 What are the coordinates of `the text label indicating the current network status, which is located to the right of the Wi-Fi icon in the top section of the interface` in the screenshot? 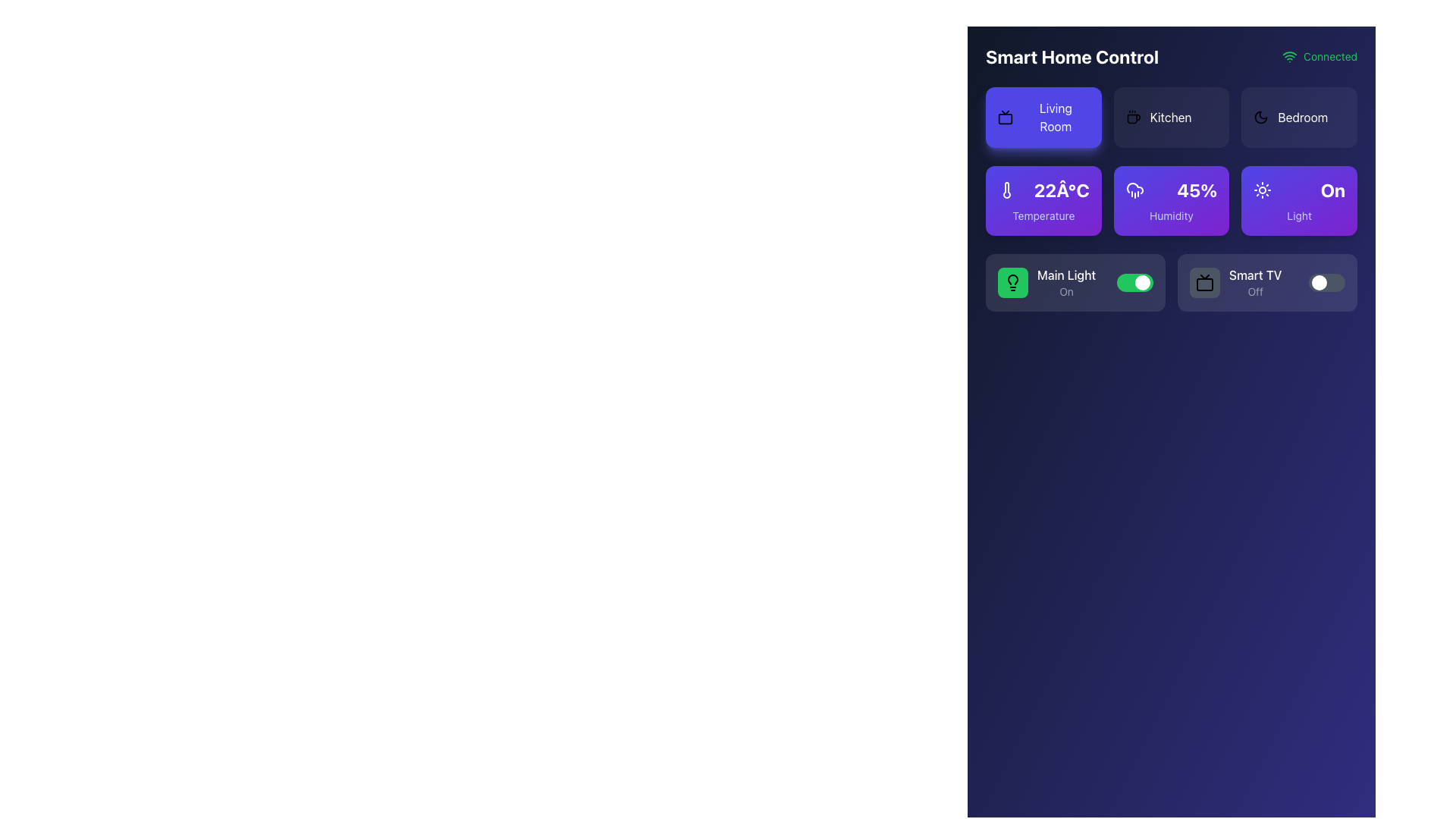 It's located at (1329, 55).